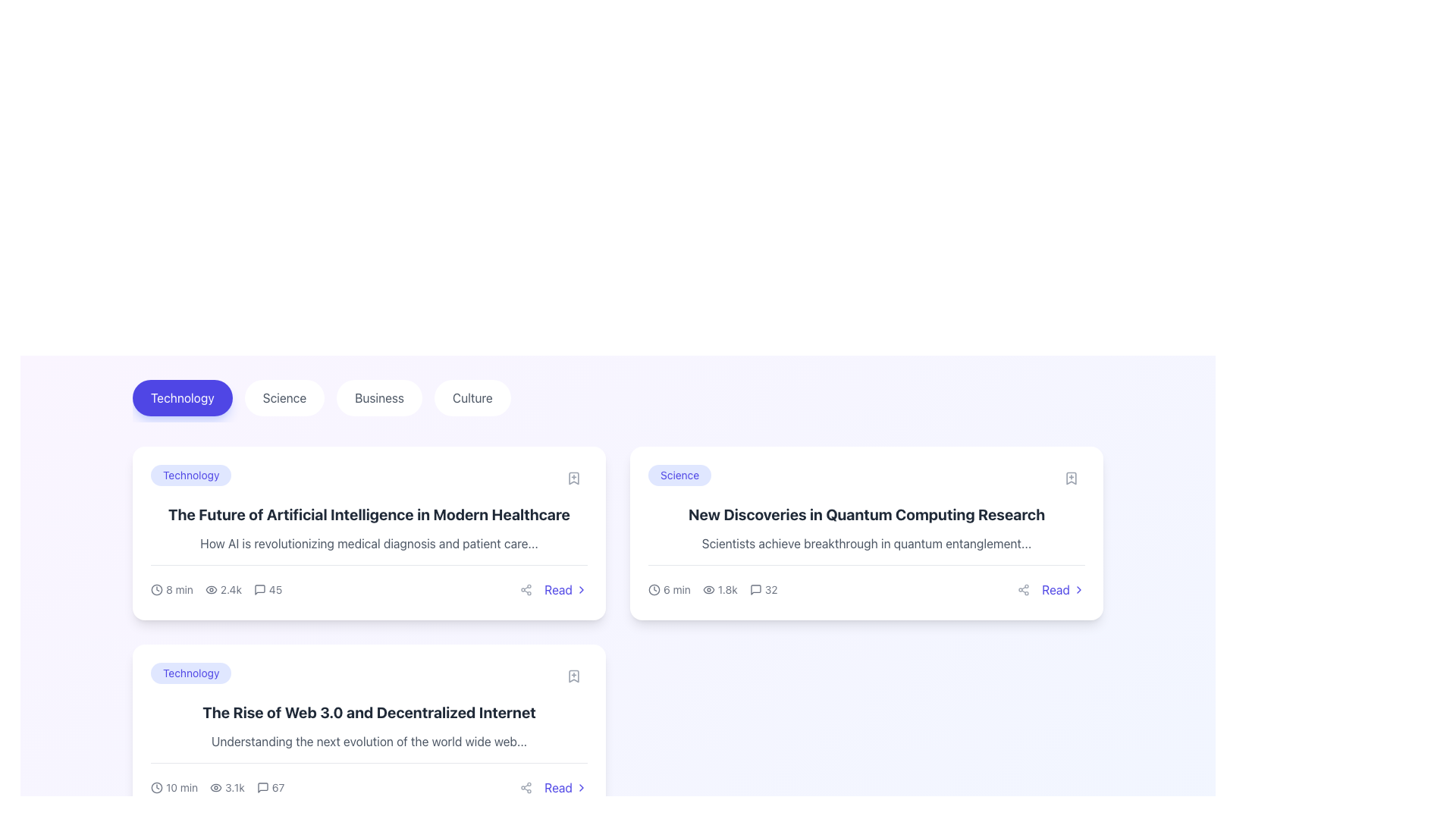  Describe the element at coordinates (226, 786) in the screenshot. I see `the view count icon represented by an eye symbol, which displays '3.1k' and is located in the card titled 'The Rise of Web 3.0 and Decentralized Internet'` at that location.